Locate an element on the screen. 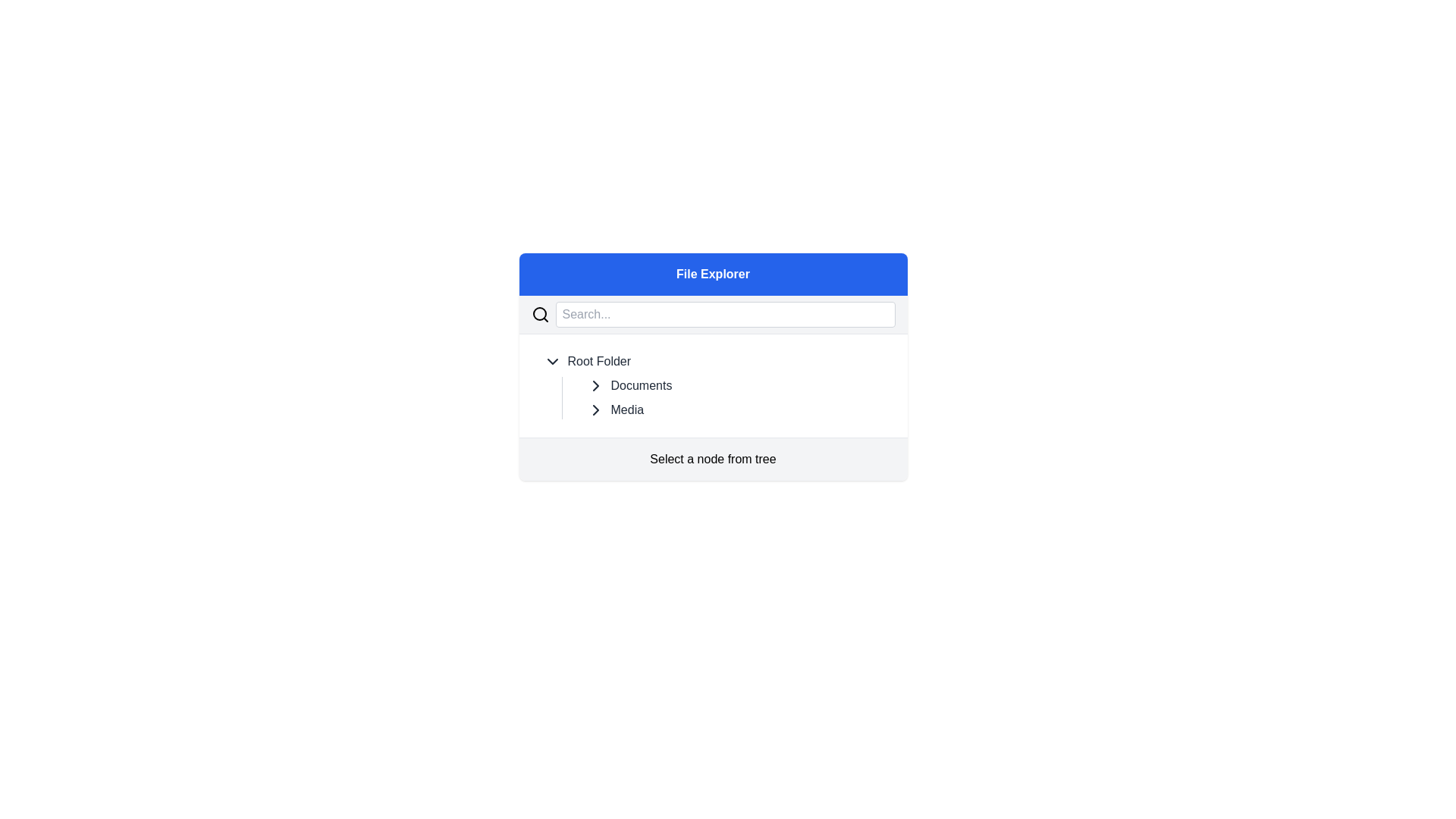 The image size is (1456, 819). the 'Root Folder' text label is located at coordinates (598, 362).